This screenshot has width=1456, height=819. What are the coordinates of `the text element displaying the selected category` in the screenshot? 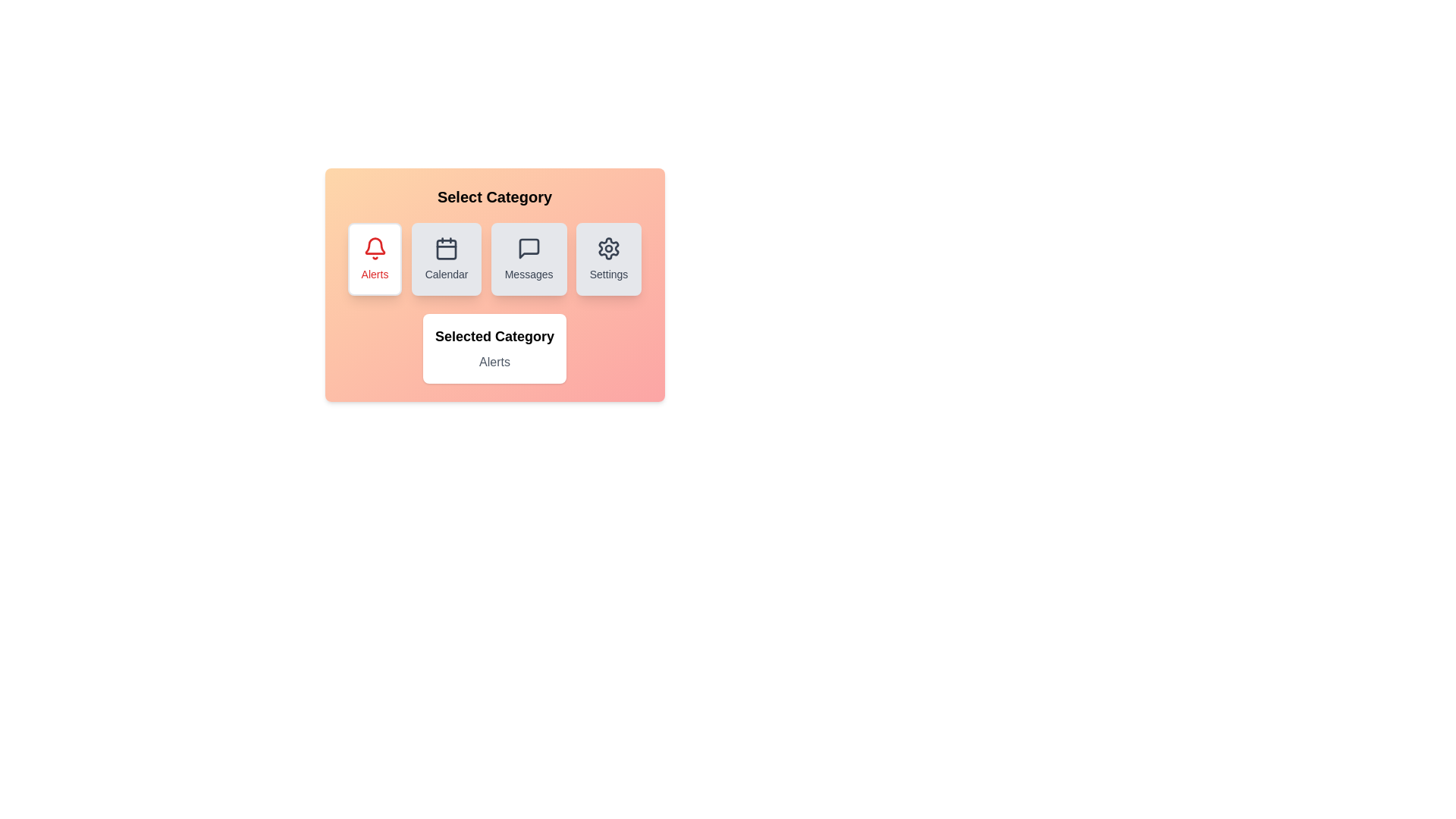 It's located at (494, 362).